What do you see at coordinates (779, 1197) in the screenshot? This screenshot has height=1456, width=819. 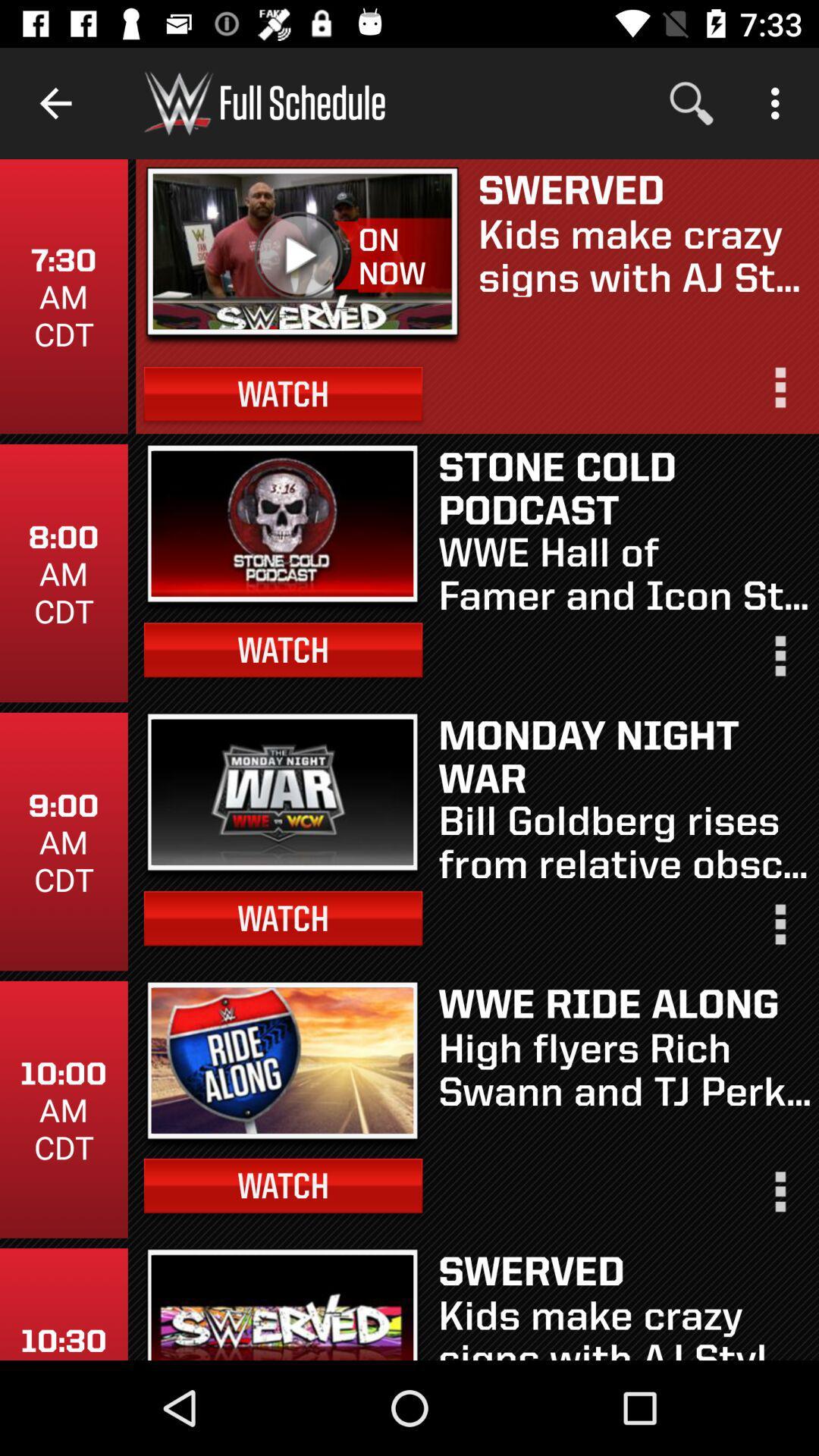 I see `more options` at bounding box center [779, 1197].